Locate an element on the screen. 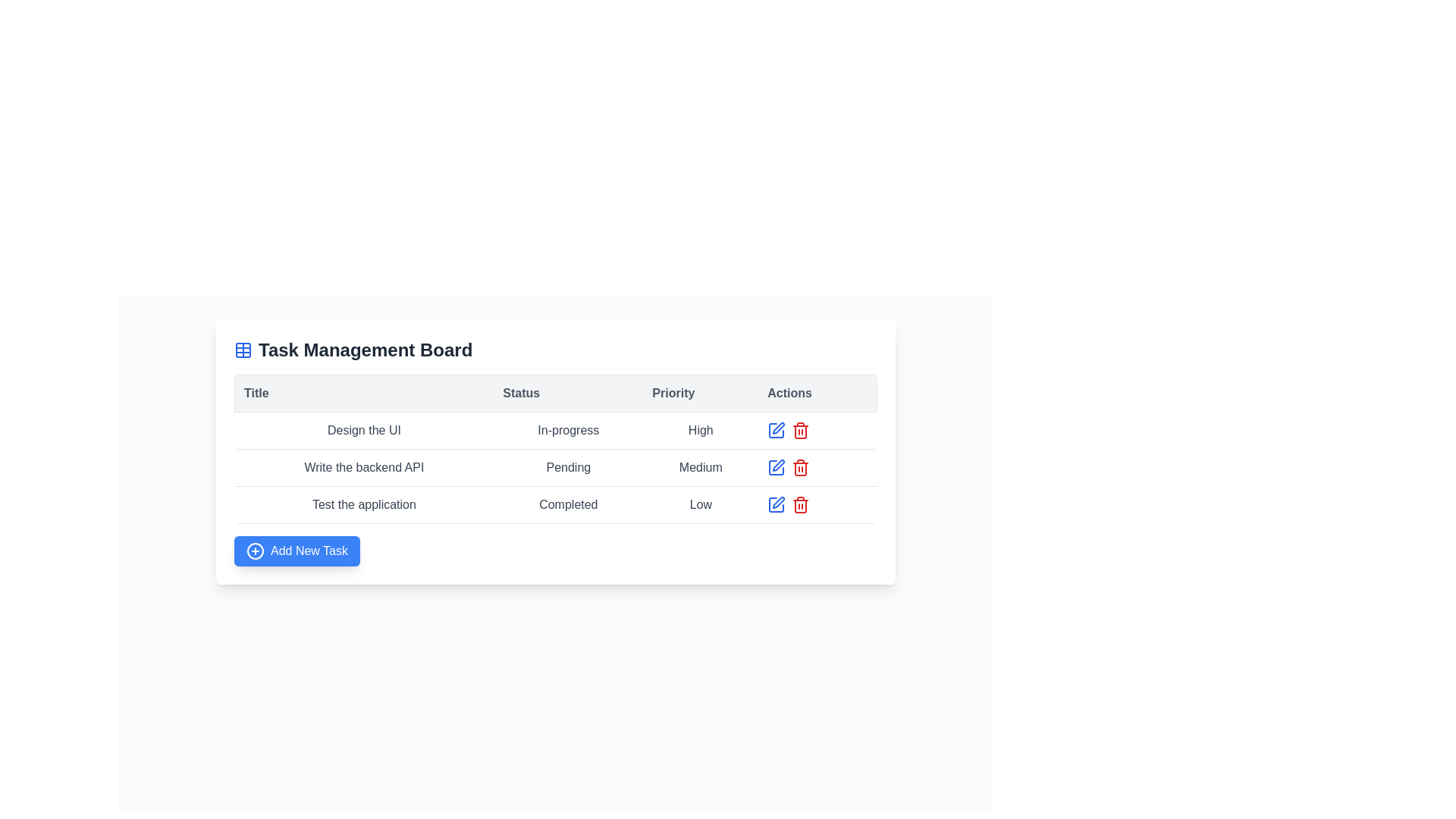  the edit icon button located in the 'Actions' column of the table for the task labeled 'Write the backend API' to initiate the edit action is located at coordinates (779, 464).